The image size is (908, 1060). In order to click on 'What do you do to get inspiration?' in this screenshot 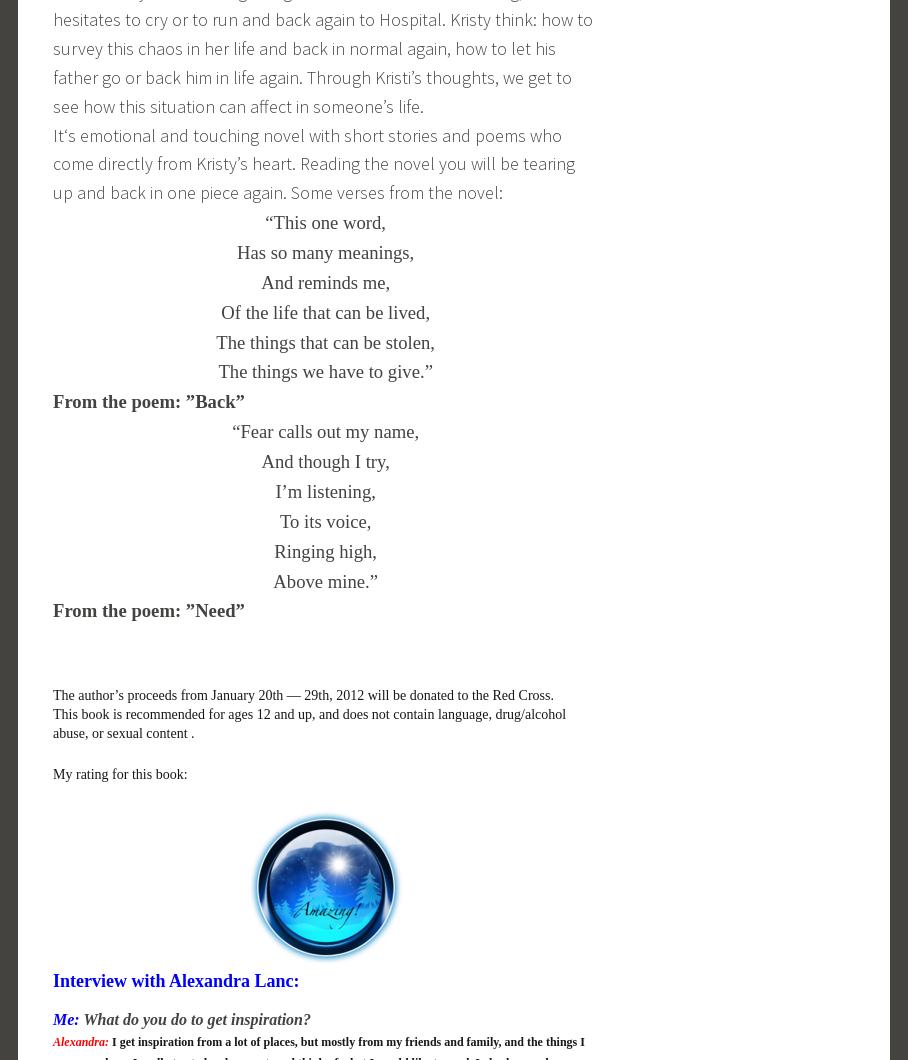, I will do `click(194, 1017)`.